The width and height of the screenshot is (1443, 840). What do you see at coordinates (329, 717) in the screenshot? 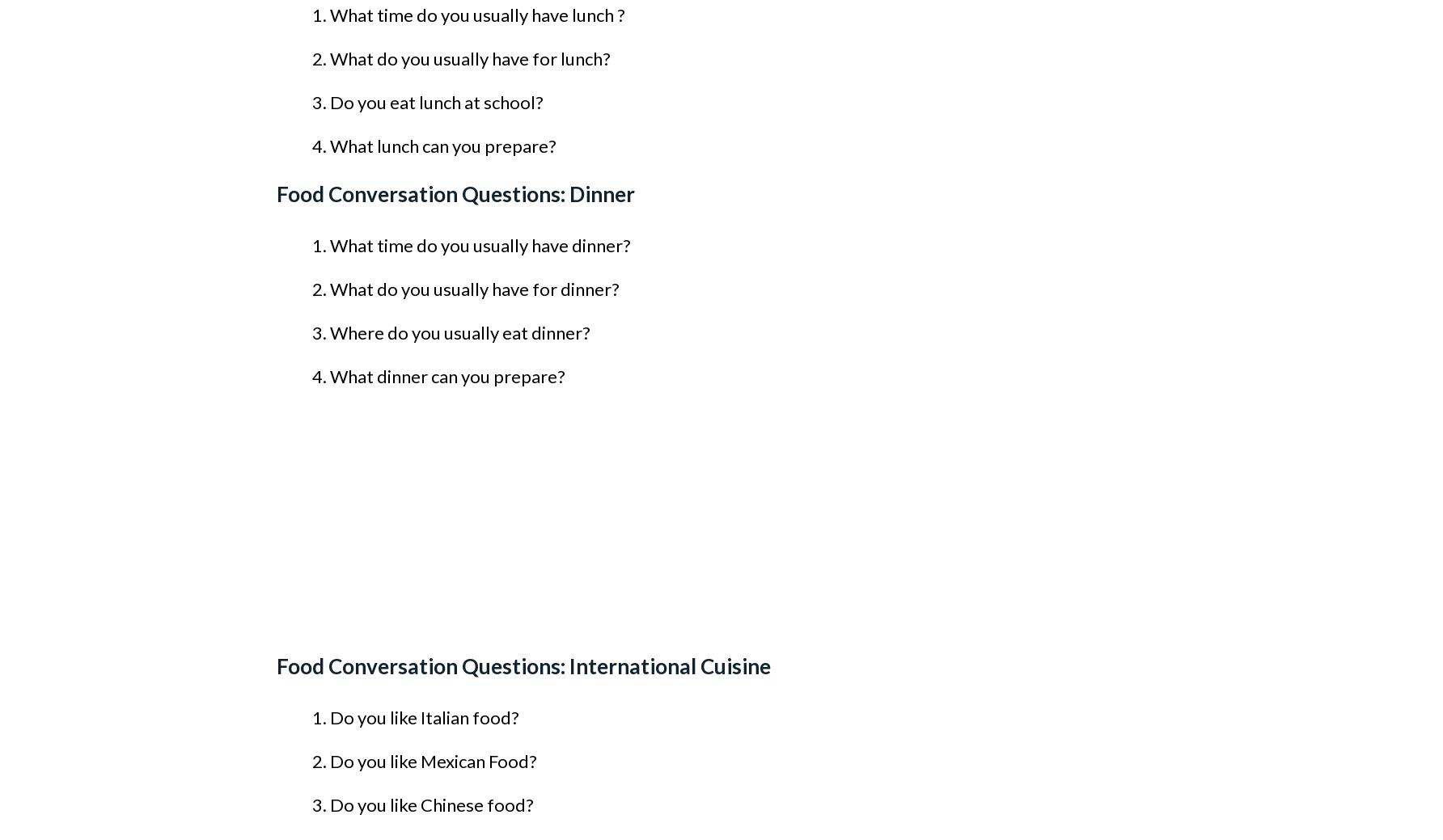
I see `'Do you like Italian food?'` at bounding box center [329, 717].